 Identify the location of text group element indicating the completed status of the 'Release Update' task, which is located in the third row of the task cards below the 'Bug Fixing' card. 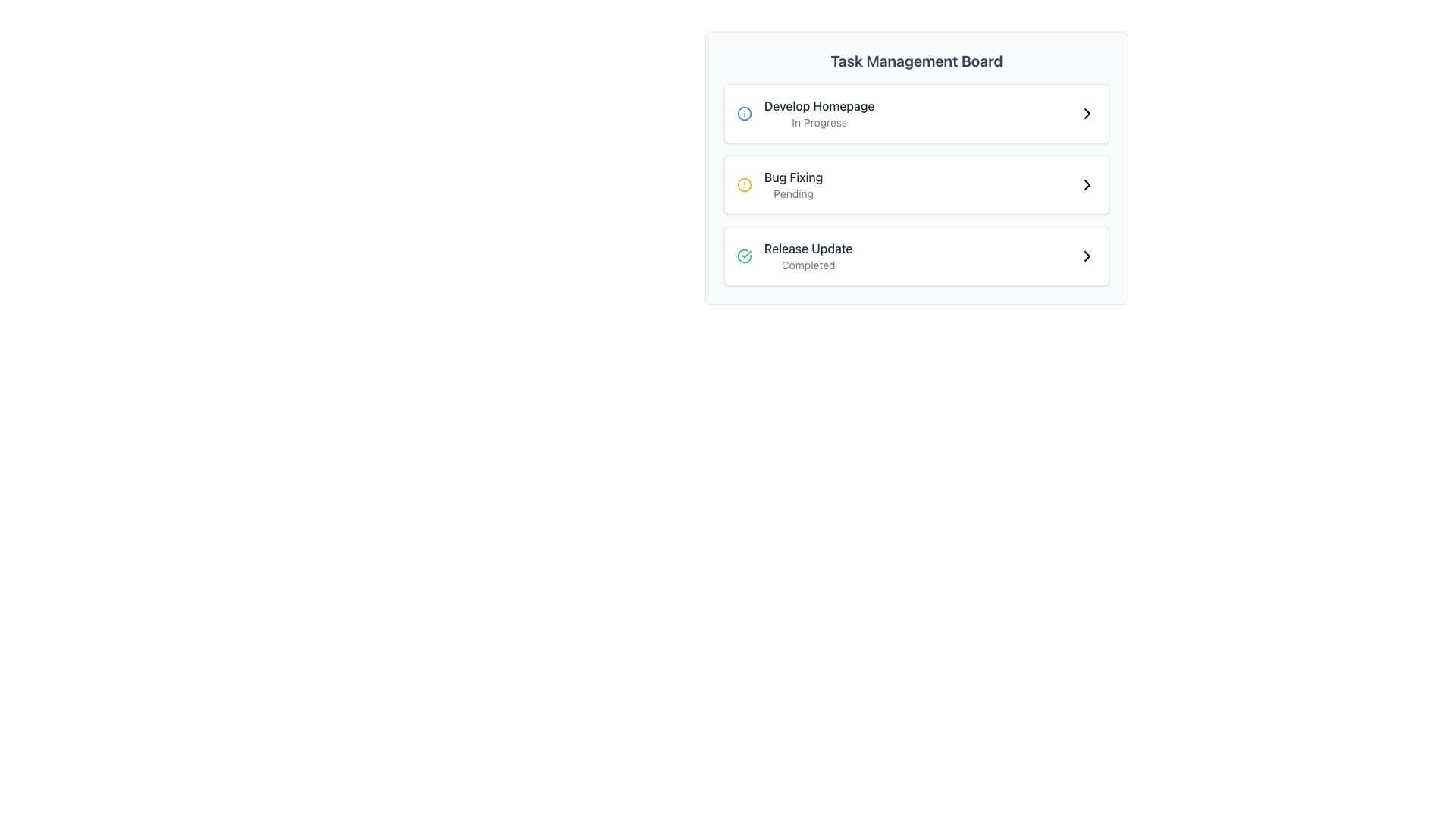
(794, 256).